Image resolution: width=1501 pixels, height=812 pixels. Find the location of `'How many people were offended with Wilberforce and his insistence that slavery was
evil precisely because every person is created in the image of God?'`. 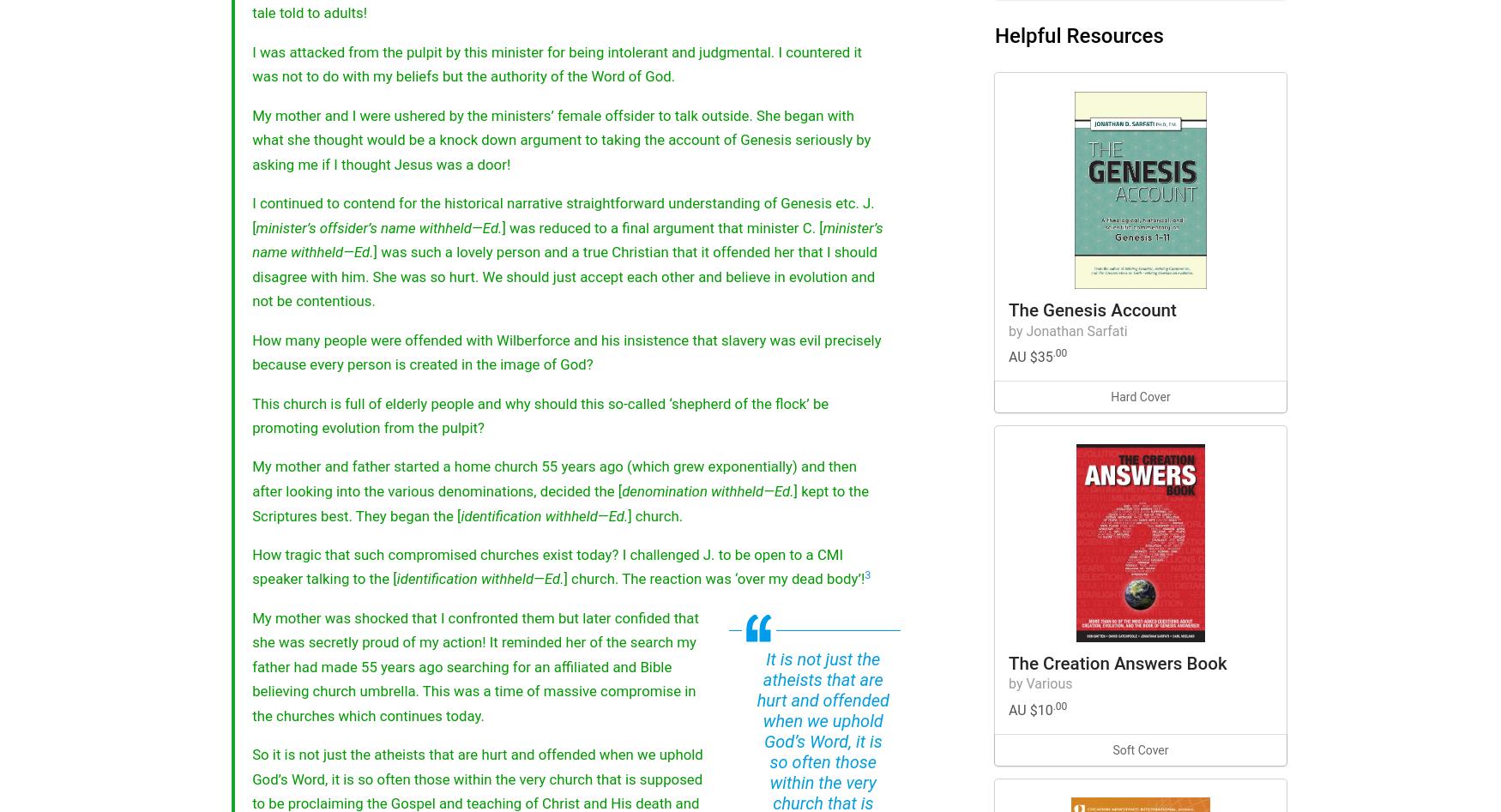

'How many people were offended with Wilberforce and his insistence that slavery was
evil precisely because every person is created in the image of God?' is located at coordinates (251, 352).